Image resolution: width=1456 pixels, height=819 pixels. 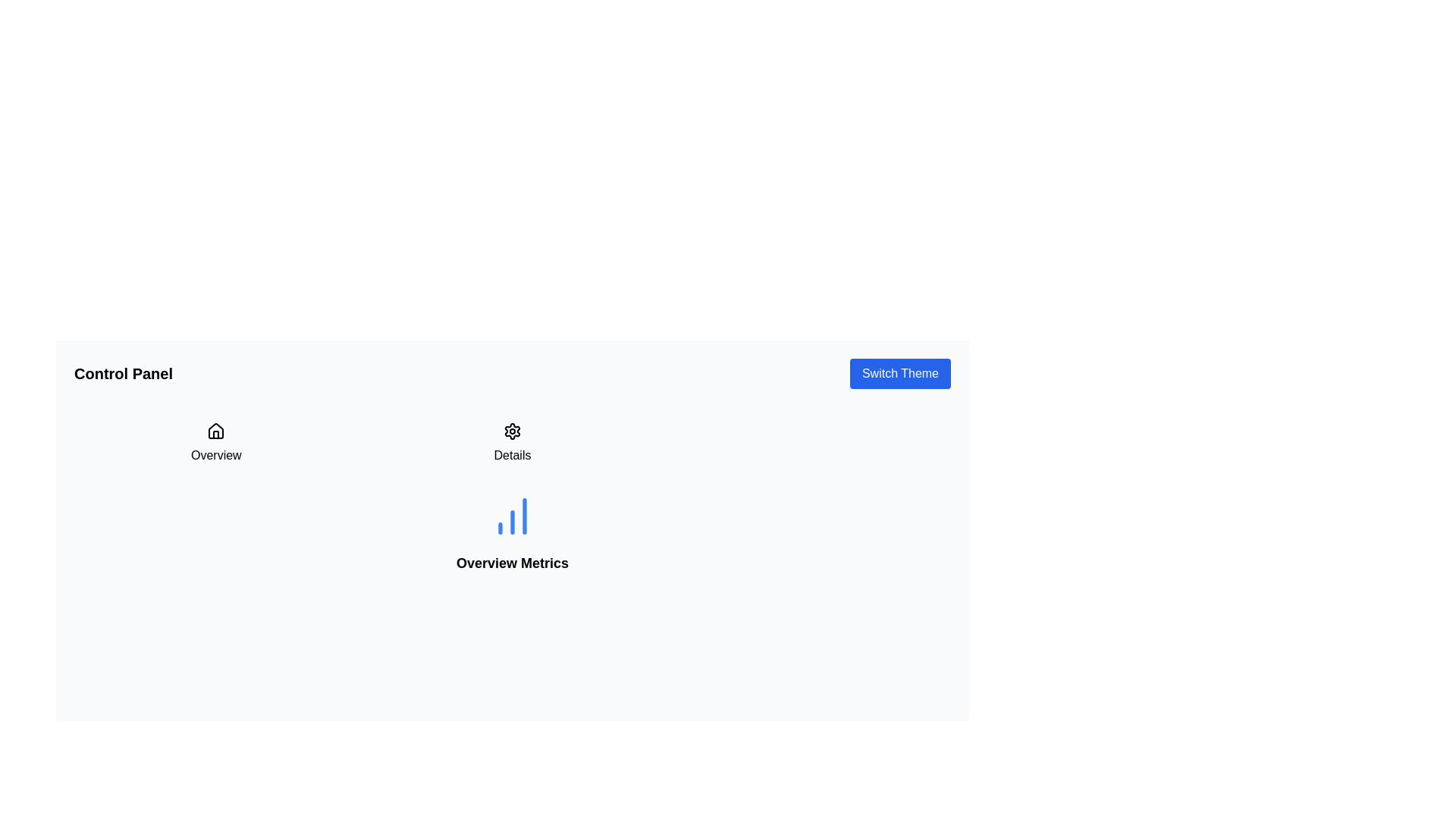 I want to click on the text content of the text label located in the top-left section of the user interface, which serves as a header or title for the current functional area, so click(x=124, y=374).